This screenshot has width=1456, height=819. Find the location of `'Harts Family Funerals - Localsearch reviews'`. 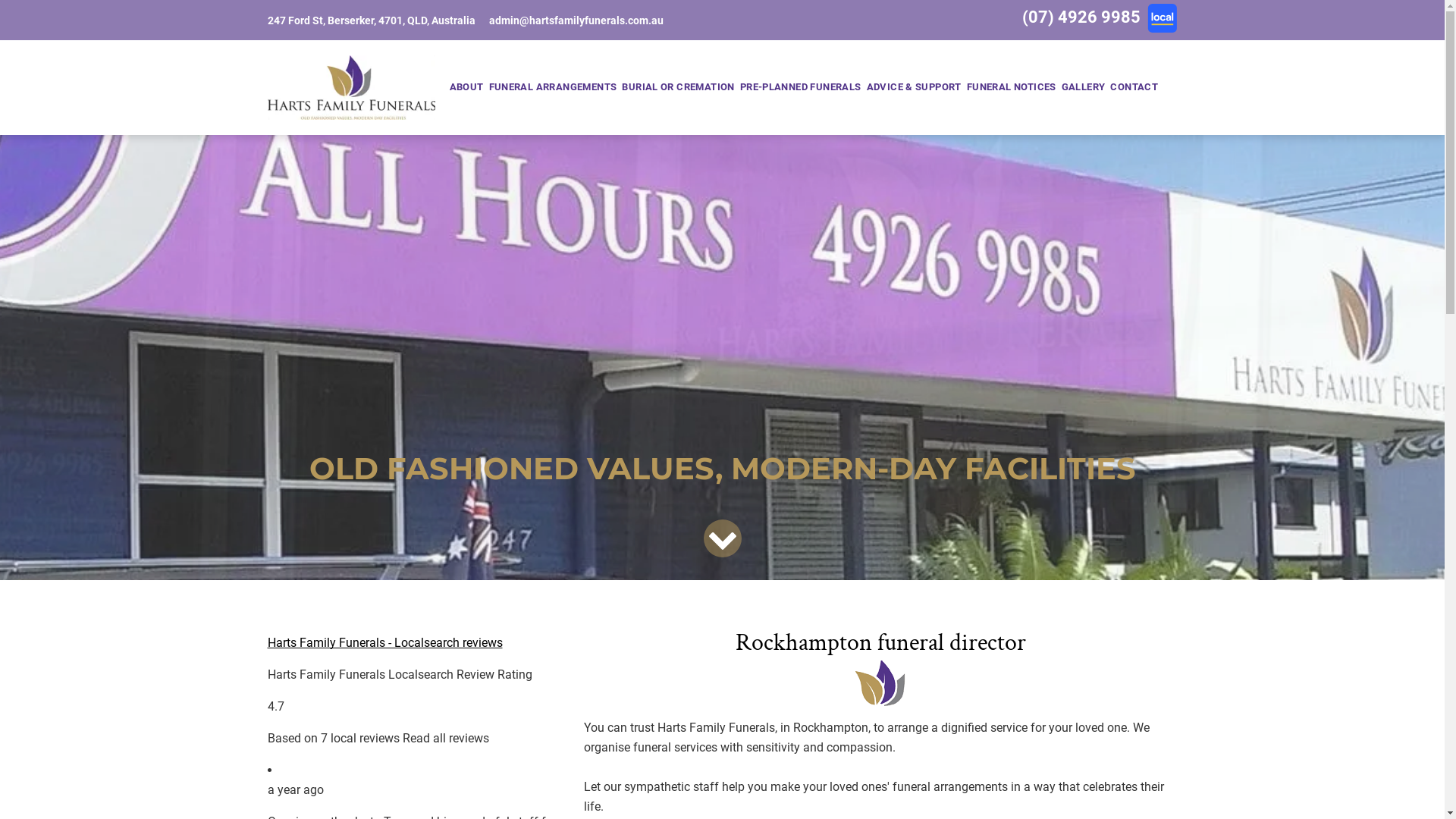

'Harts Family Funerals - Localsearch reviews' is located at coordinates (384, 642).